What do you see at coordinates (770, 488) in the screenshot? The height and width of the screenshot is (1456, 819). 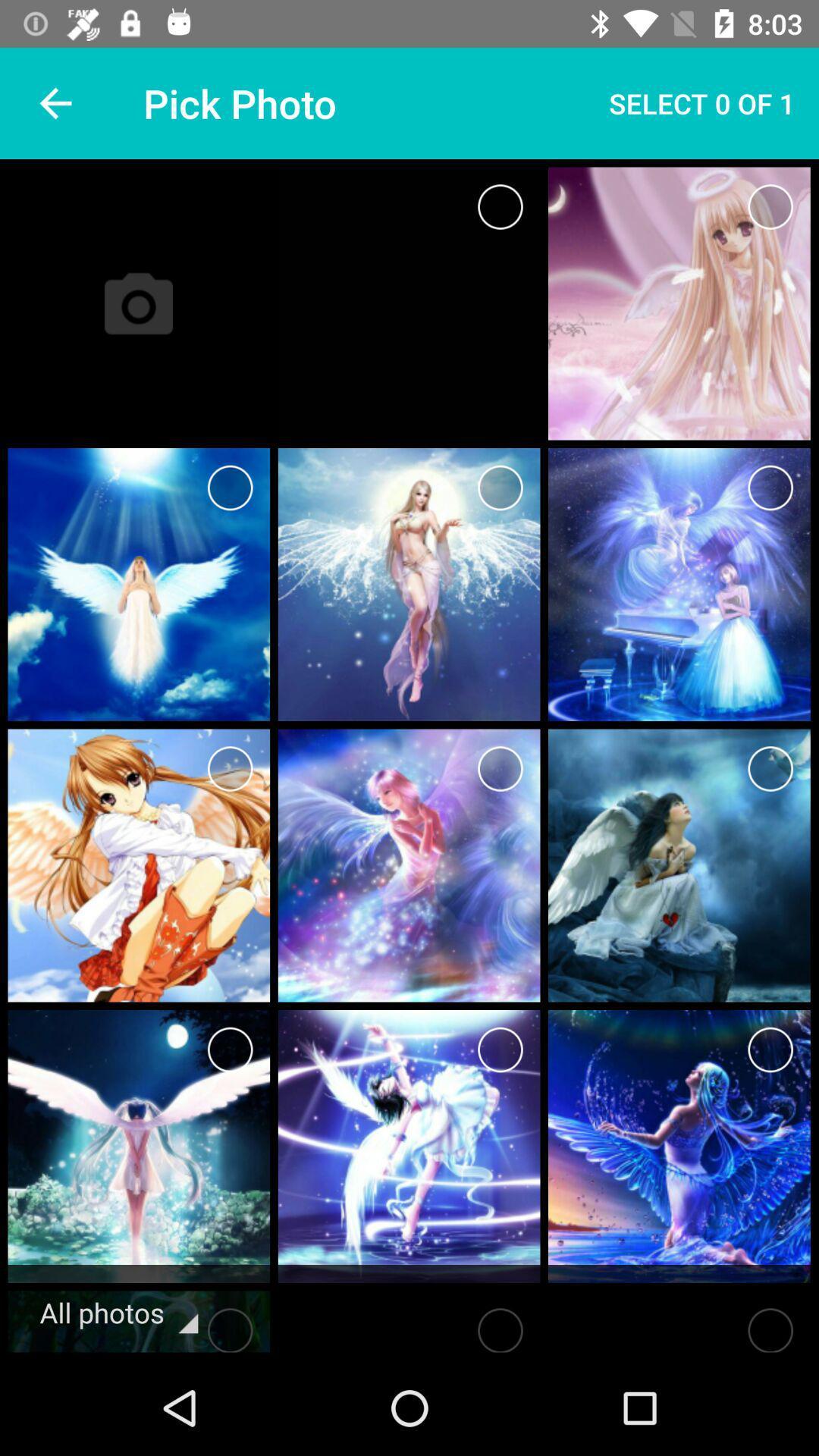 I see `image` at bounding box center [770, 488].